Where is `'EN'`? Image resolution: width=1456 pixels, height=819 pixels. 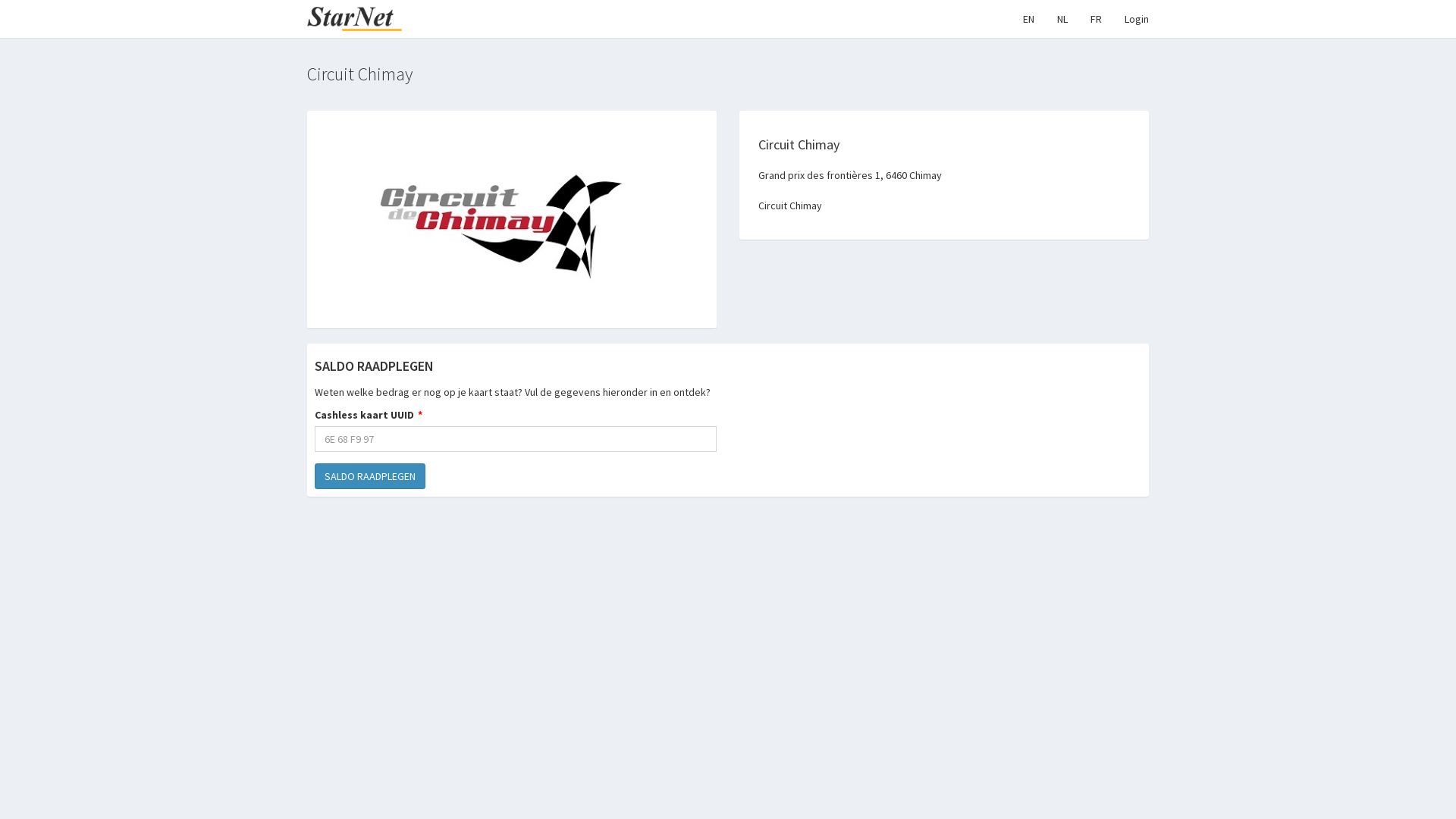 'EN' is located at coordinates (1012, 18).